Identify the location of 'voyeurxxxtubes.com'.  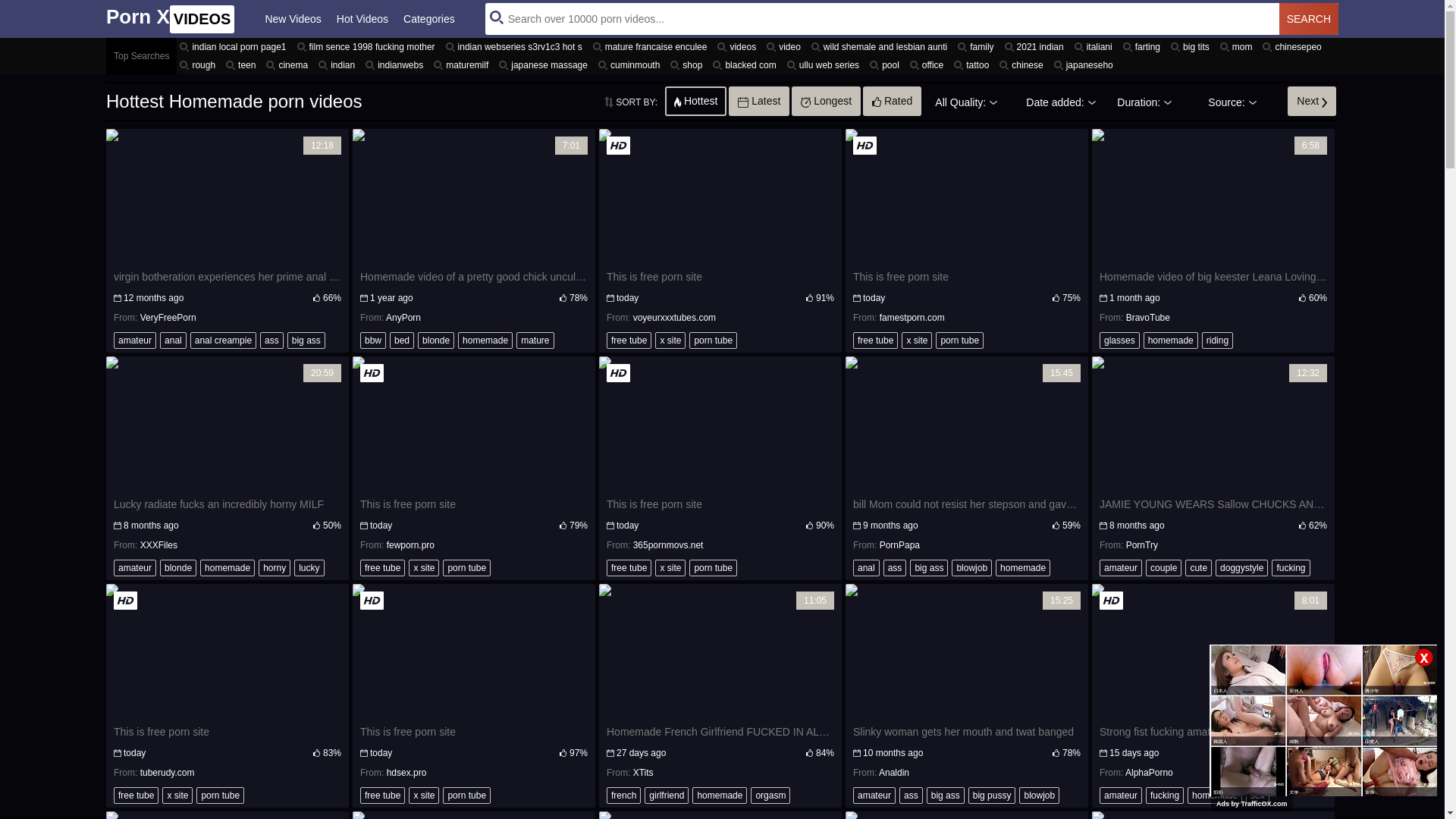
(673, 317).